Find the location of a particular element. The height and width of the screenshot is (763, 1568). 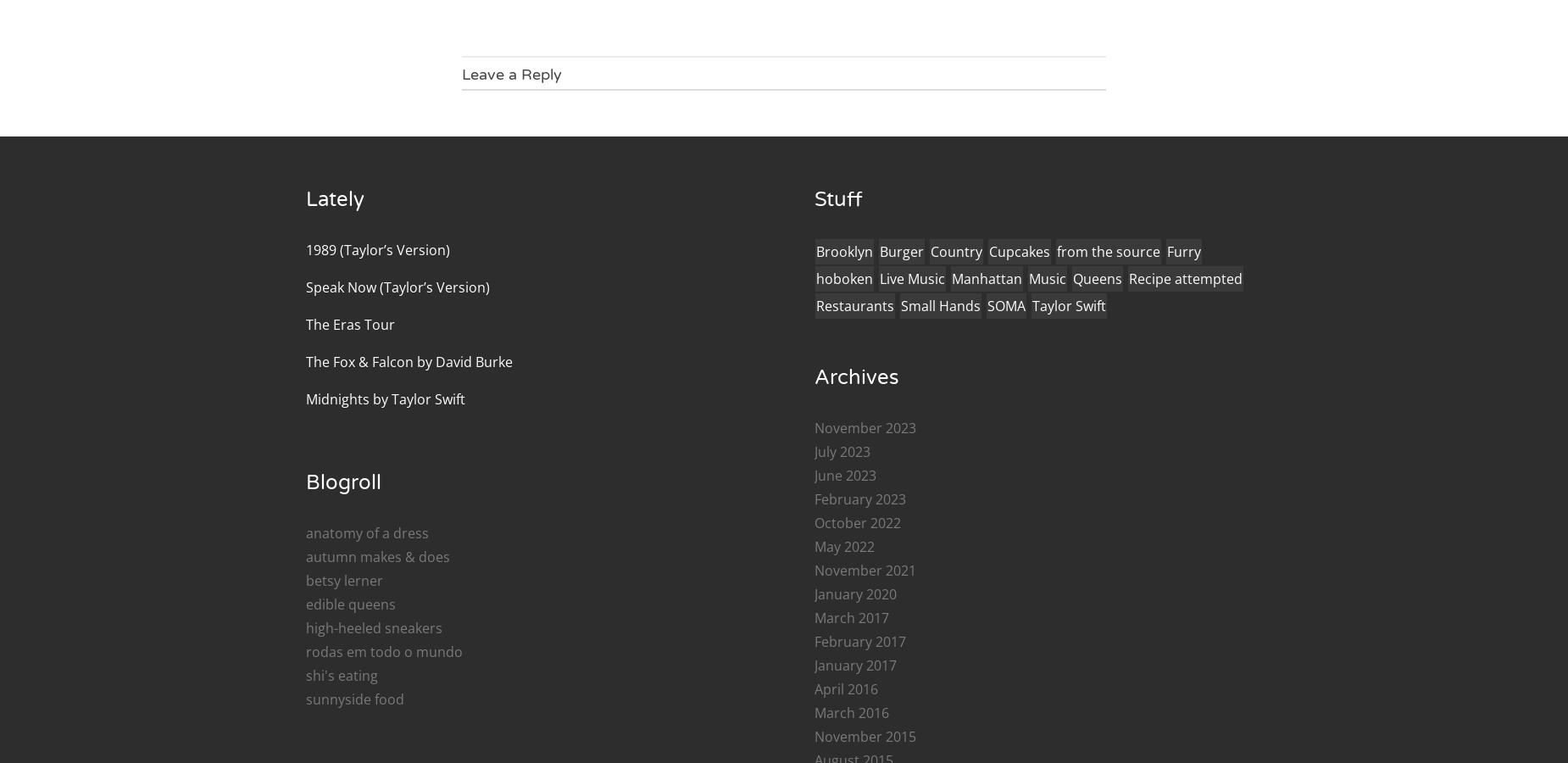

'sunnyside food' is located at coordinates (354, 699).